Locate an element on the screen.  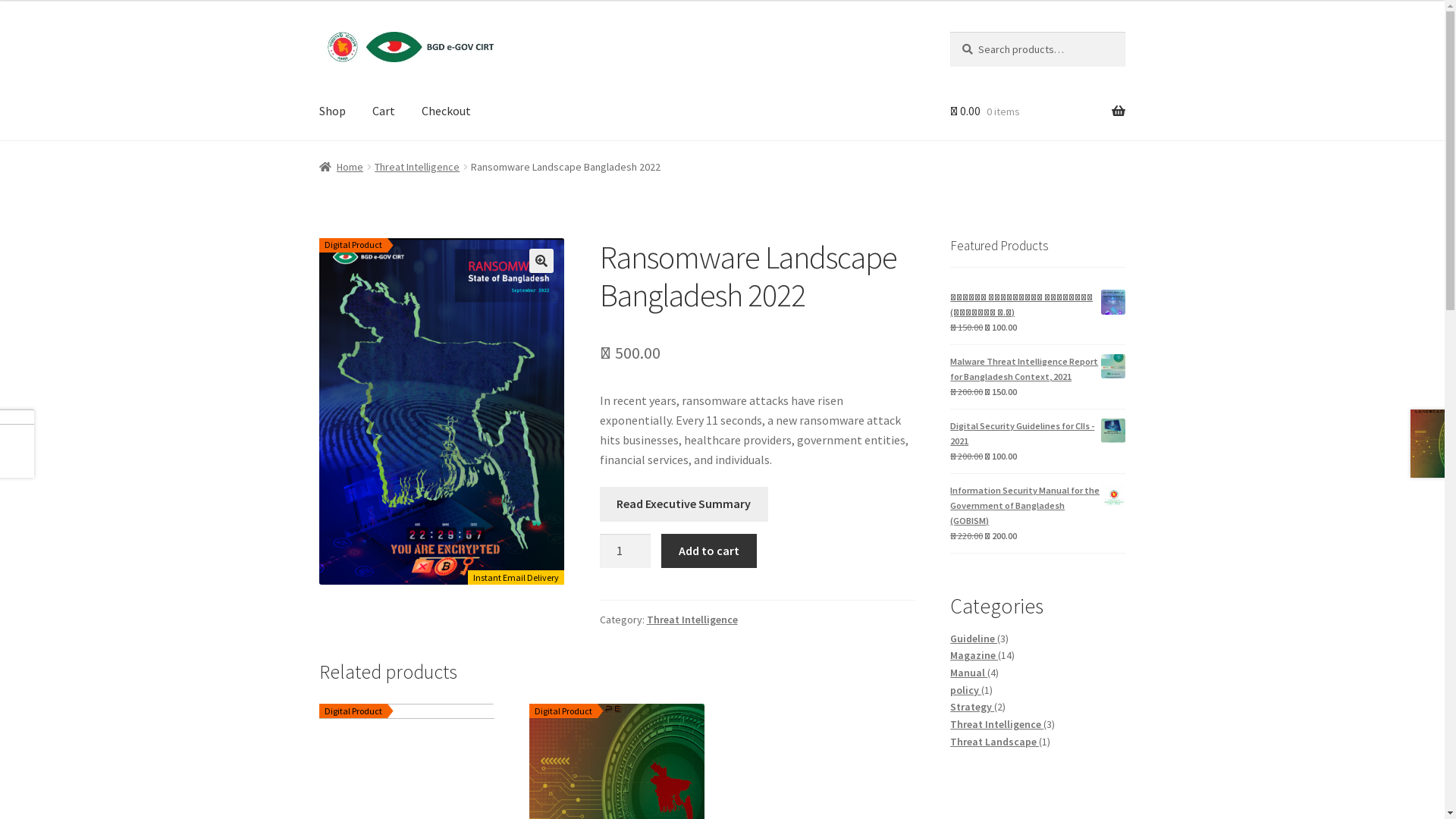
'Cart' is located at coordinates (383, 110).